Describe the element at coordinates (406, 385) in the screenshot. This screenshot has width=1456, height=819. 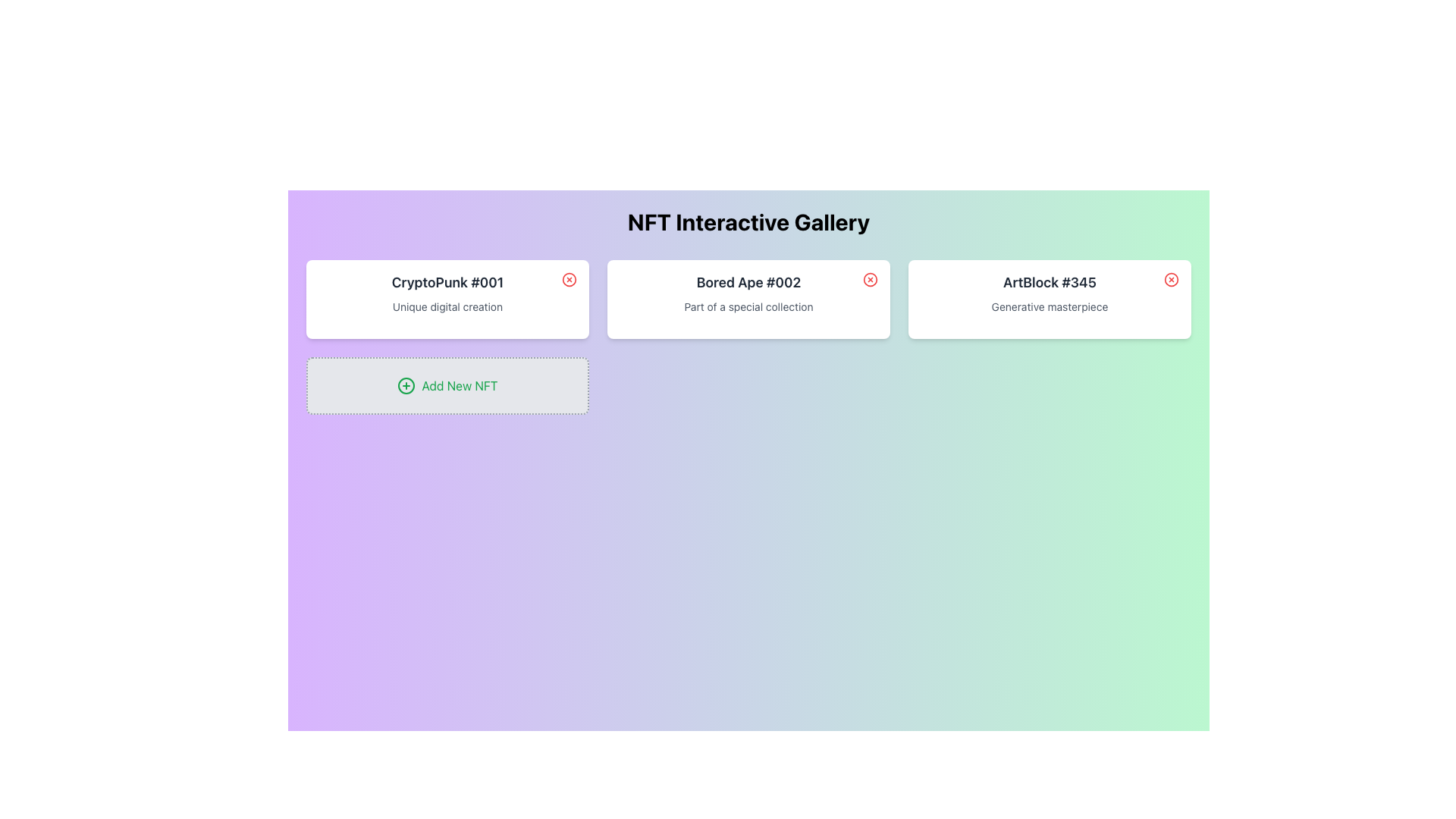
I see `the addition icon within the 'Add New NFT' button, which is located in the second row of the interface beneath the NFT cards` at that location.